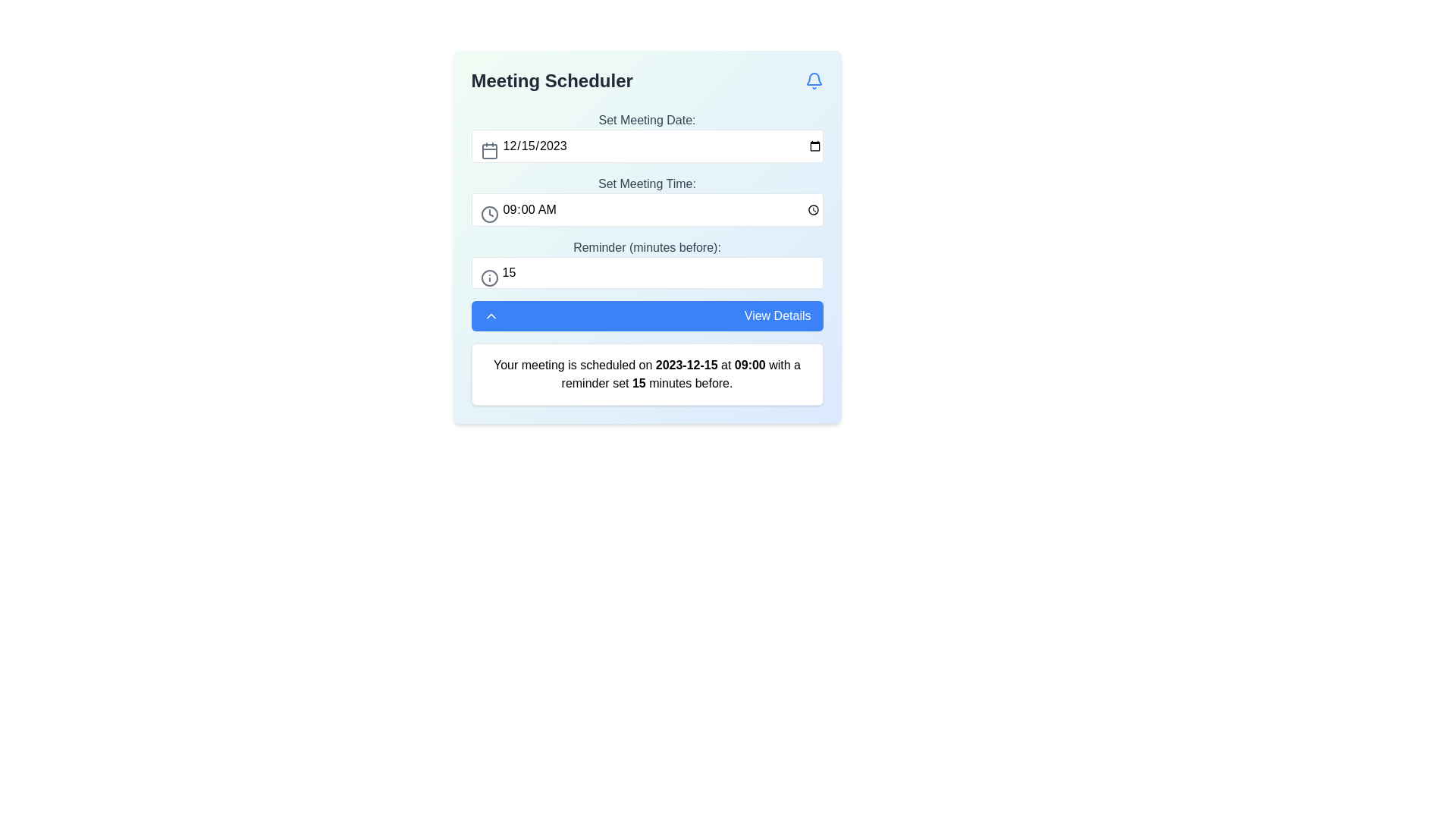  What do you see at coordinates (647, 200) in the screenshot?
I see `the Time input field located below the 'Set Meeting Date:' section` at bounding box center [647, 200].